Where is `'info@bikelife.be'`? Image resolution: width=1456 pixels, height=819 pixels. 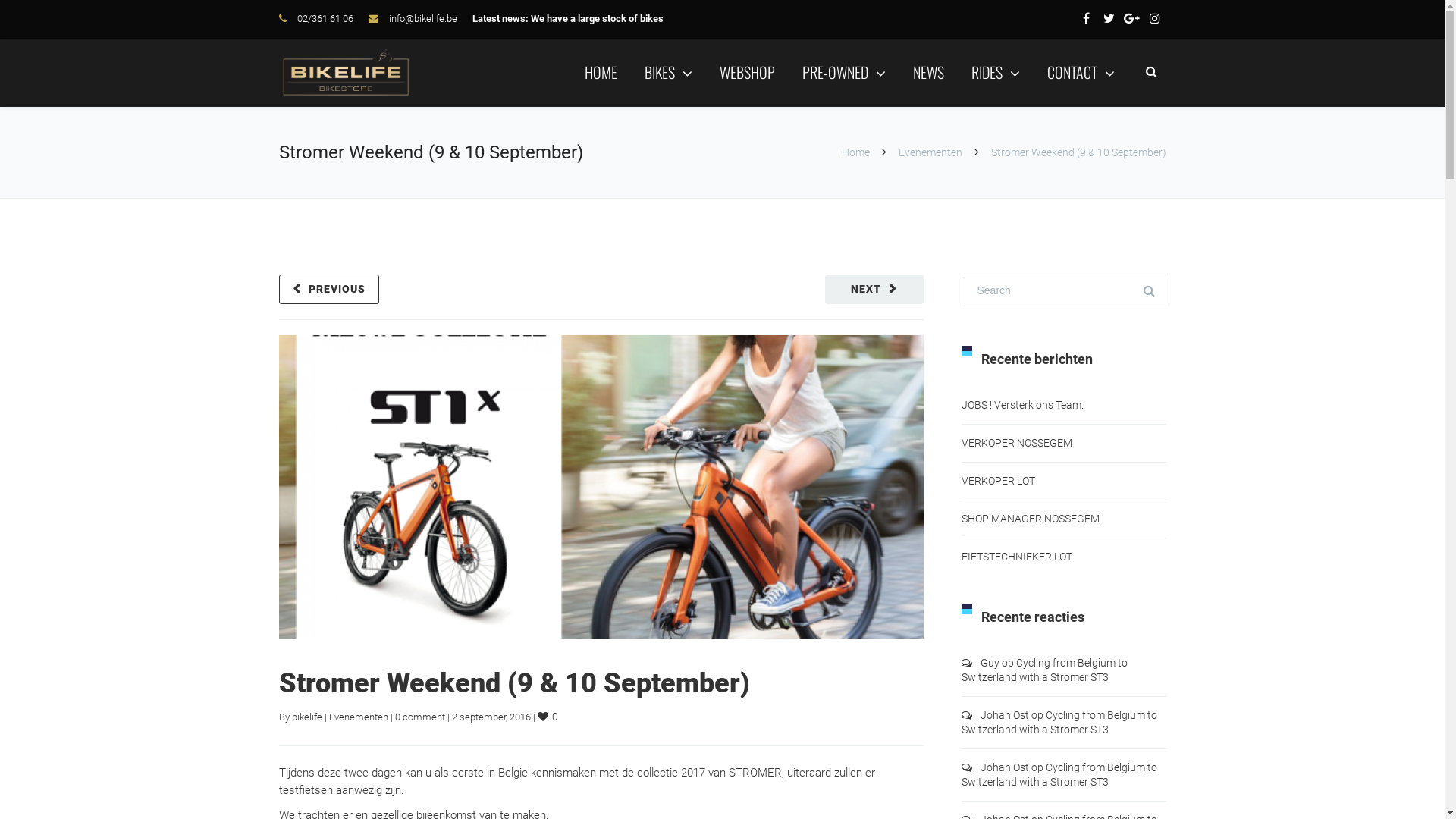 'info@bikelife.be' is located at coordinates (388, 18).